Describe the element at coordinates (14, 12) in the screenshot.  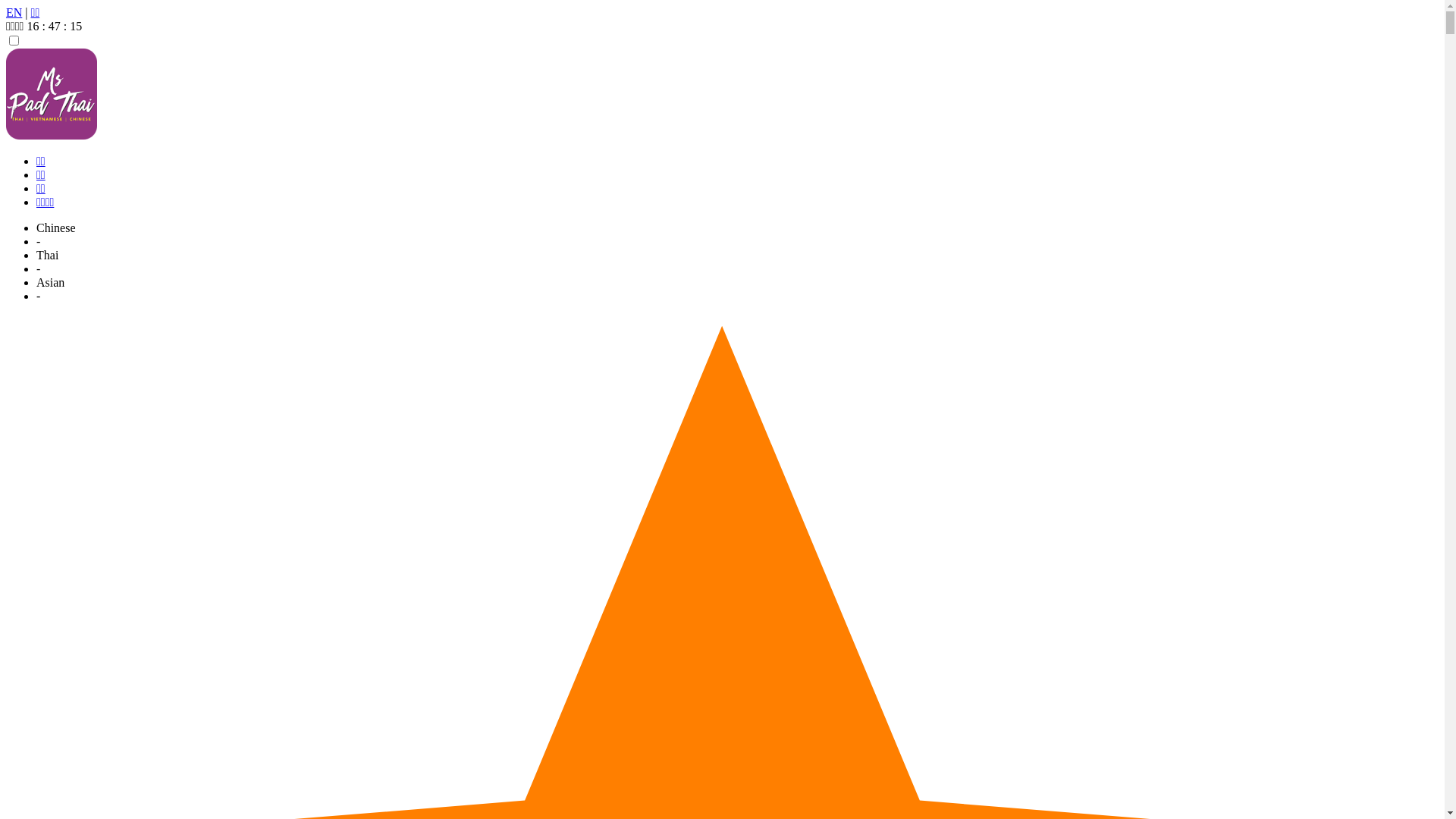
I see `'EN'` at that location.